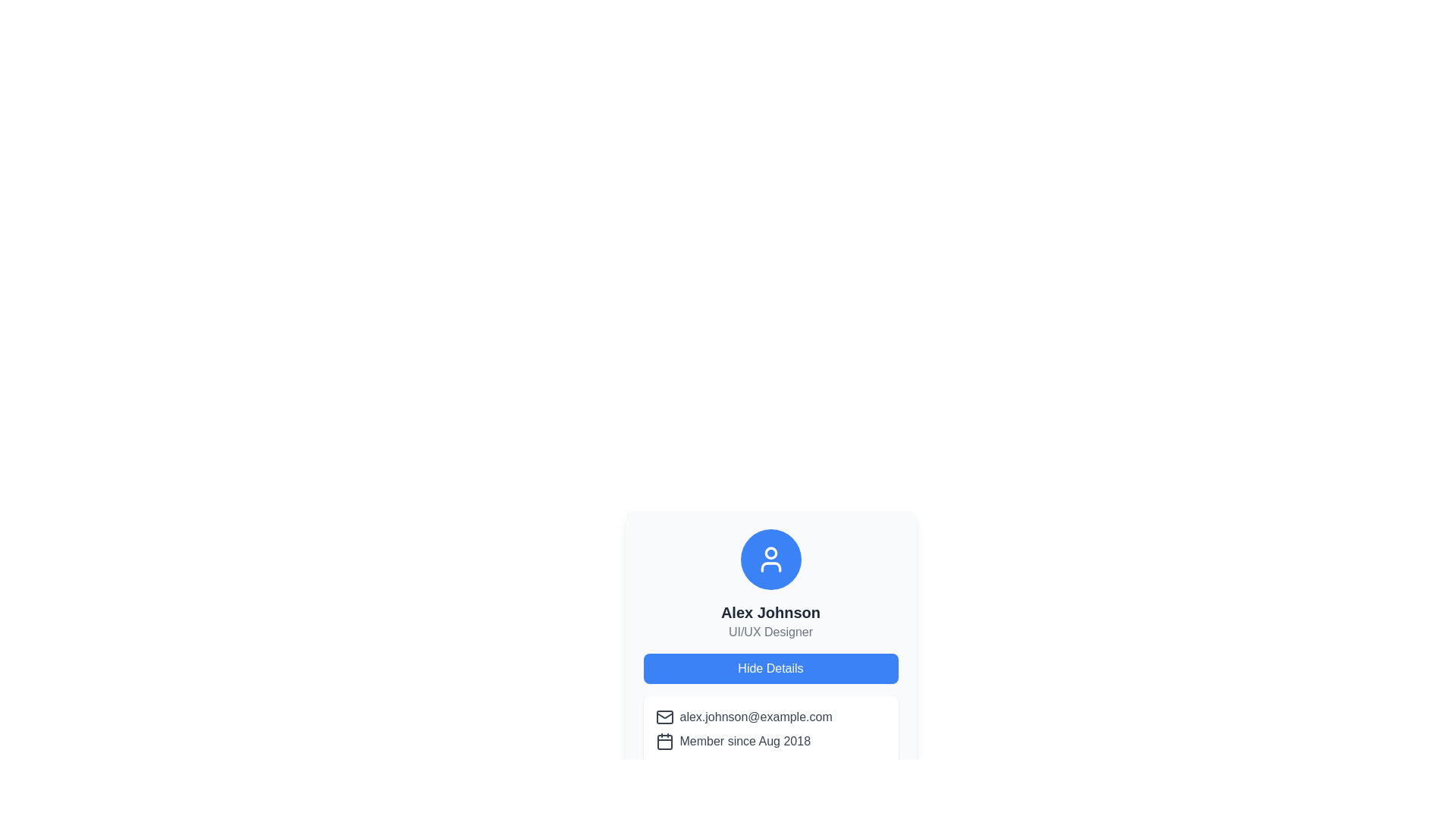 This screenshot has width=1456, height=819. Describe the element at coordinates (664, 717) in the screenshot. I see `the mail envelope shaped icon located to the left of the text 'alex.johnson@example.com' within the profile information card below the 'Hide Details' button` at that location.